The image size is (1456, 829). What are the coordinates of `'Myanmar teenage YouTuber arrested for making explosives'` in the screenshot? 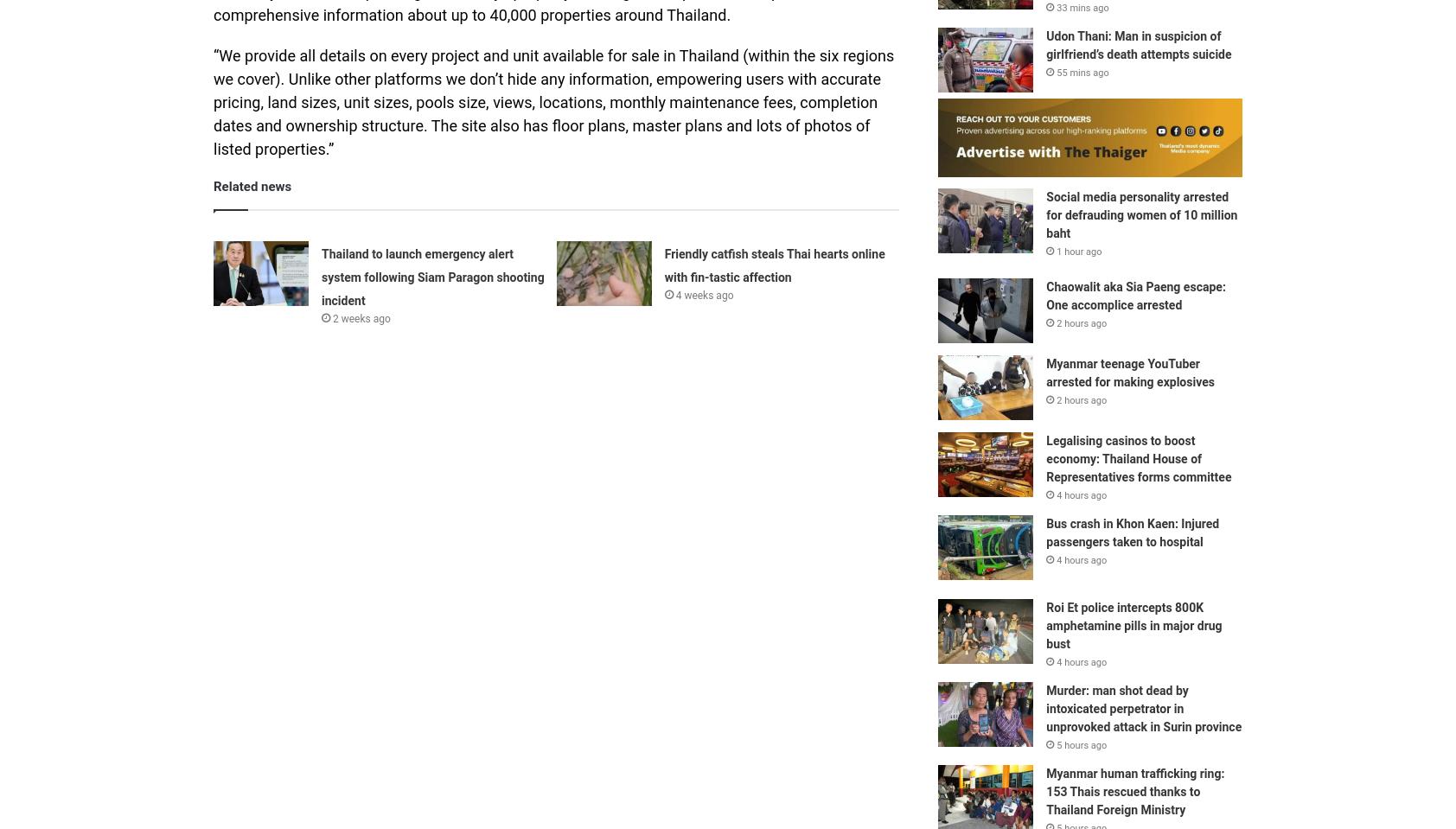 It's located at (1045, 371).